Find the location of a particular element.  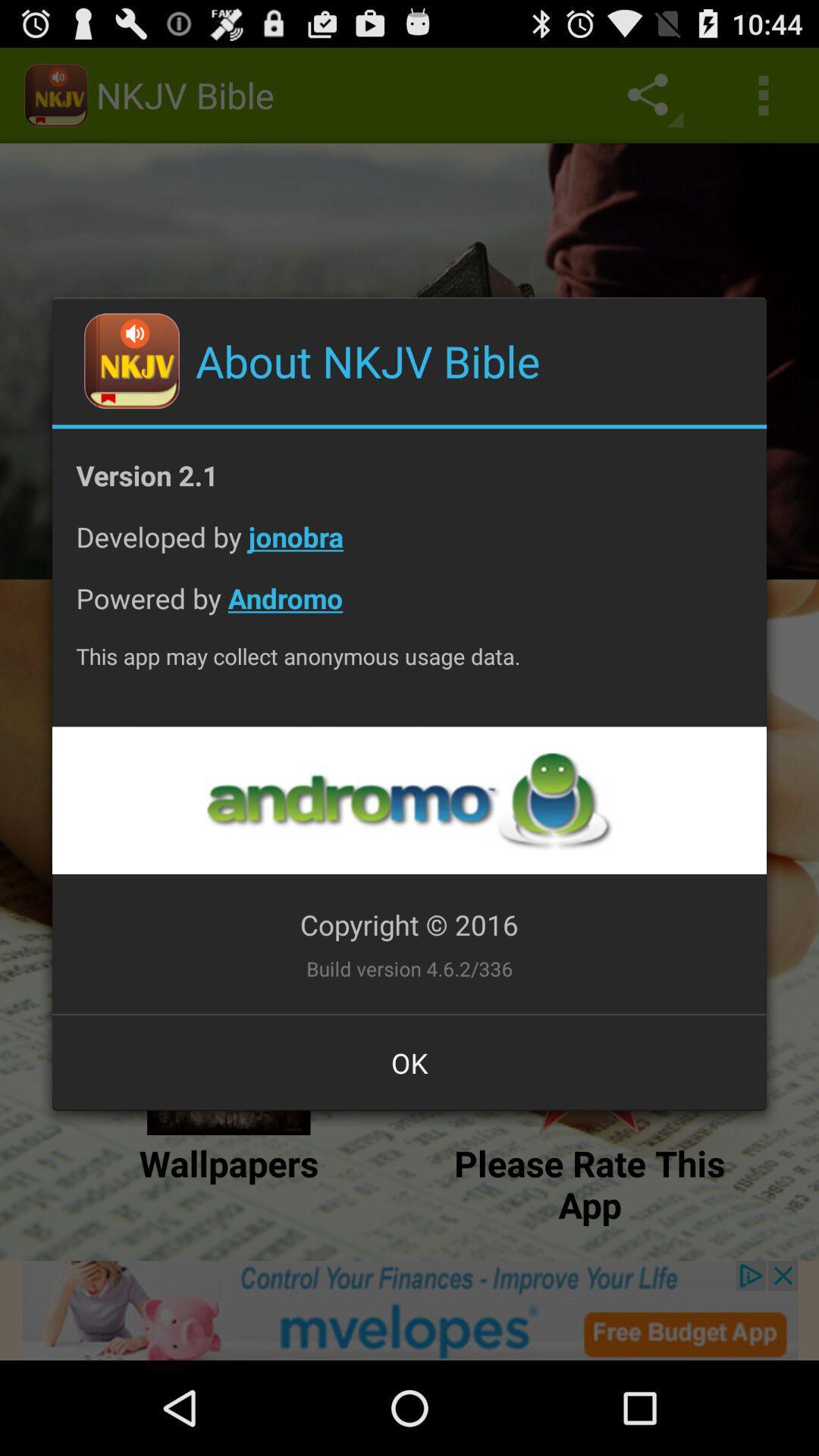

the powered by andromo icon is located at coordinates (409, 610).